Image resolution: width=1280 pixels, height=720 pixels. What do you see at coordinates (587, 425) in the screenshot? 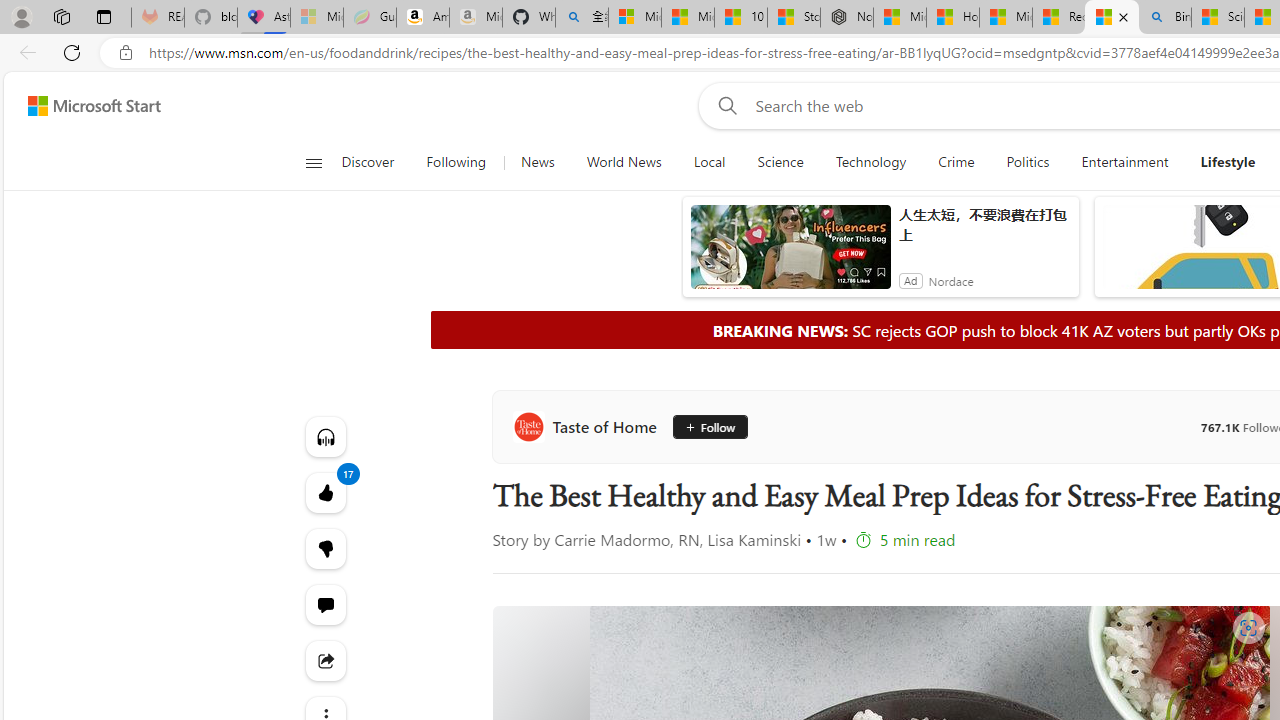
I see `'Taste of Home'` at bounding box center [587, 425].